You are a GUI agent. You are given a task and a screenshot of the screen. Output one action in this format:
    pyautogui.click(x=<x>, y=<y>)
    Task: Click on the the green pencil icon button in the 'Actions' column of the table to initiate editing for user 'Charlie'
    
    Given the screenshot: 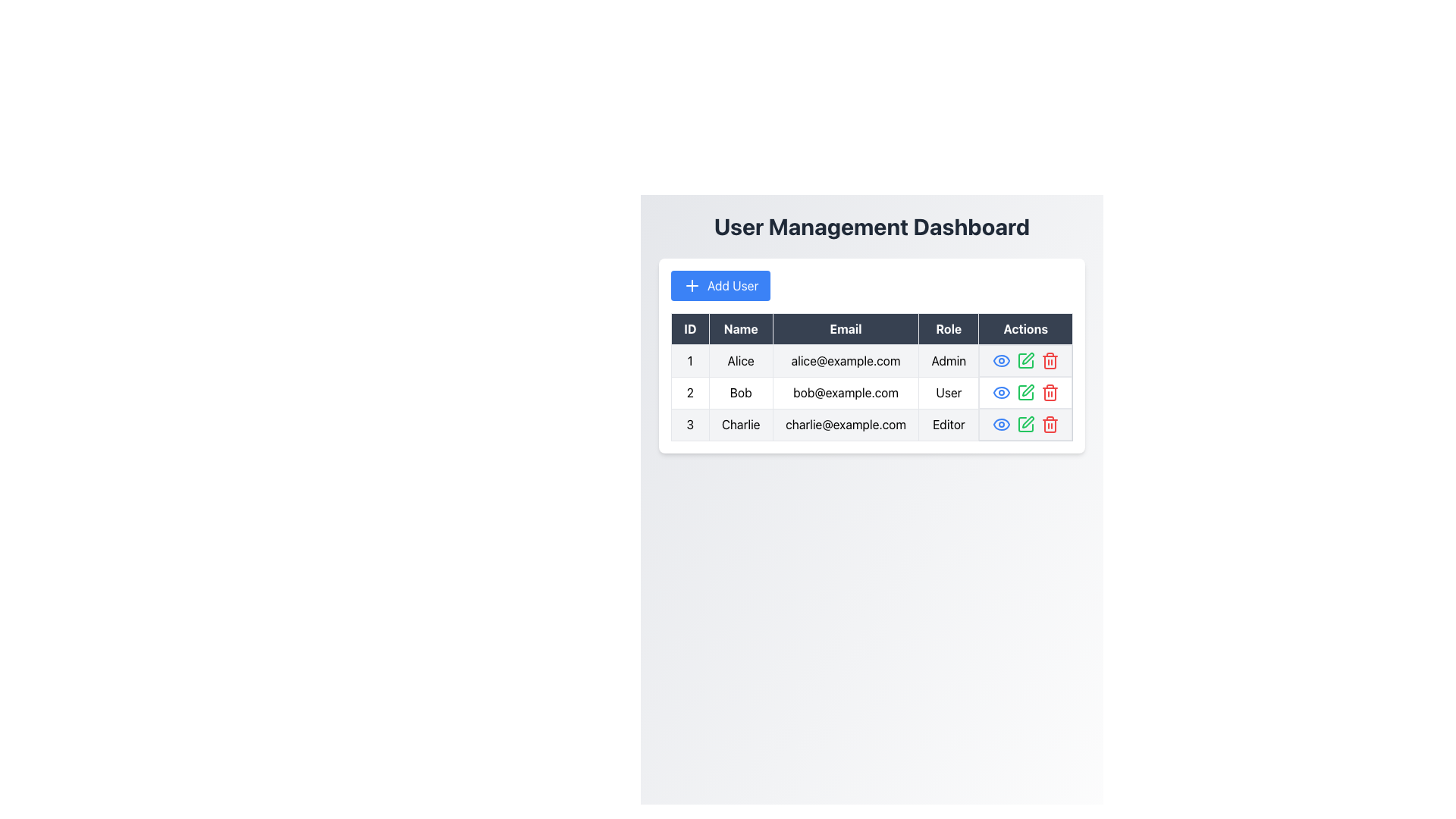 What is the action you would take?
    pyautogui.click(x=1025, y=424)
    